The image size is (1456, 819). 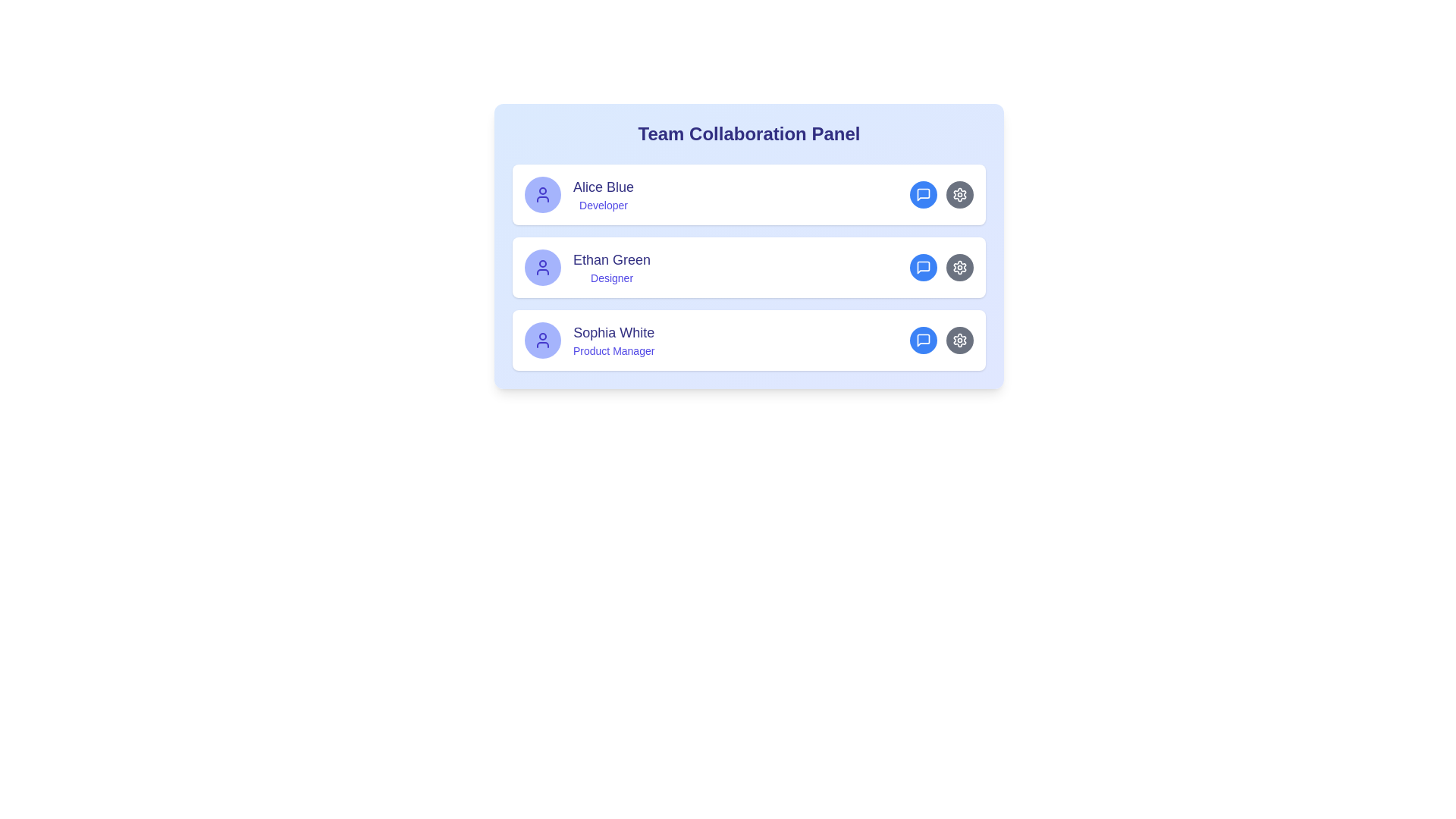 I want to click on the circular user avatar icon with an indigo background, located to the left of the 'Alice Blue Developer' entry in the 'Team Collaboration Panel', so click(x=542, y=194).